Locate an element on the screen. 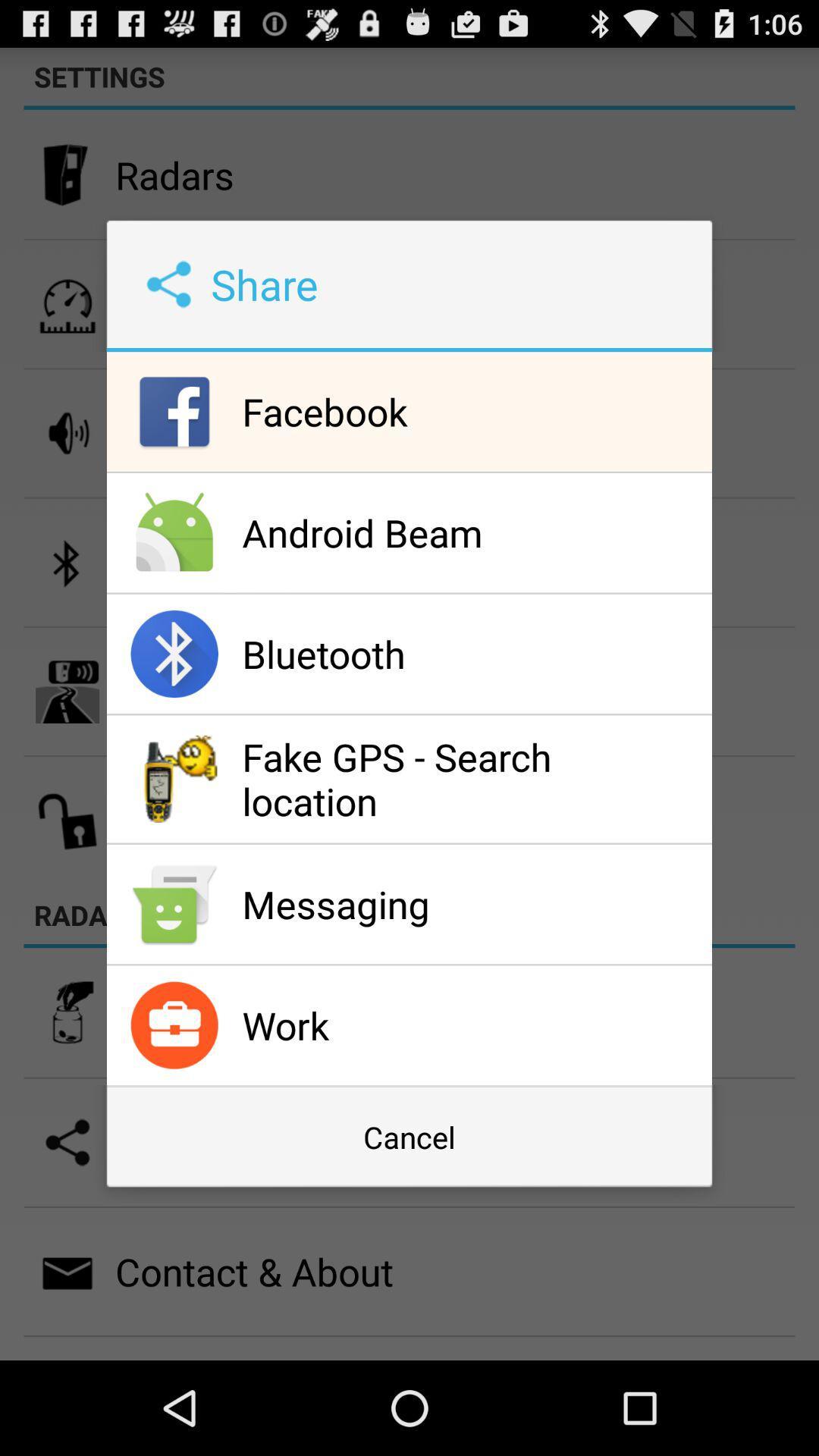  the bluetooth item is located at coordinates (472, 654).